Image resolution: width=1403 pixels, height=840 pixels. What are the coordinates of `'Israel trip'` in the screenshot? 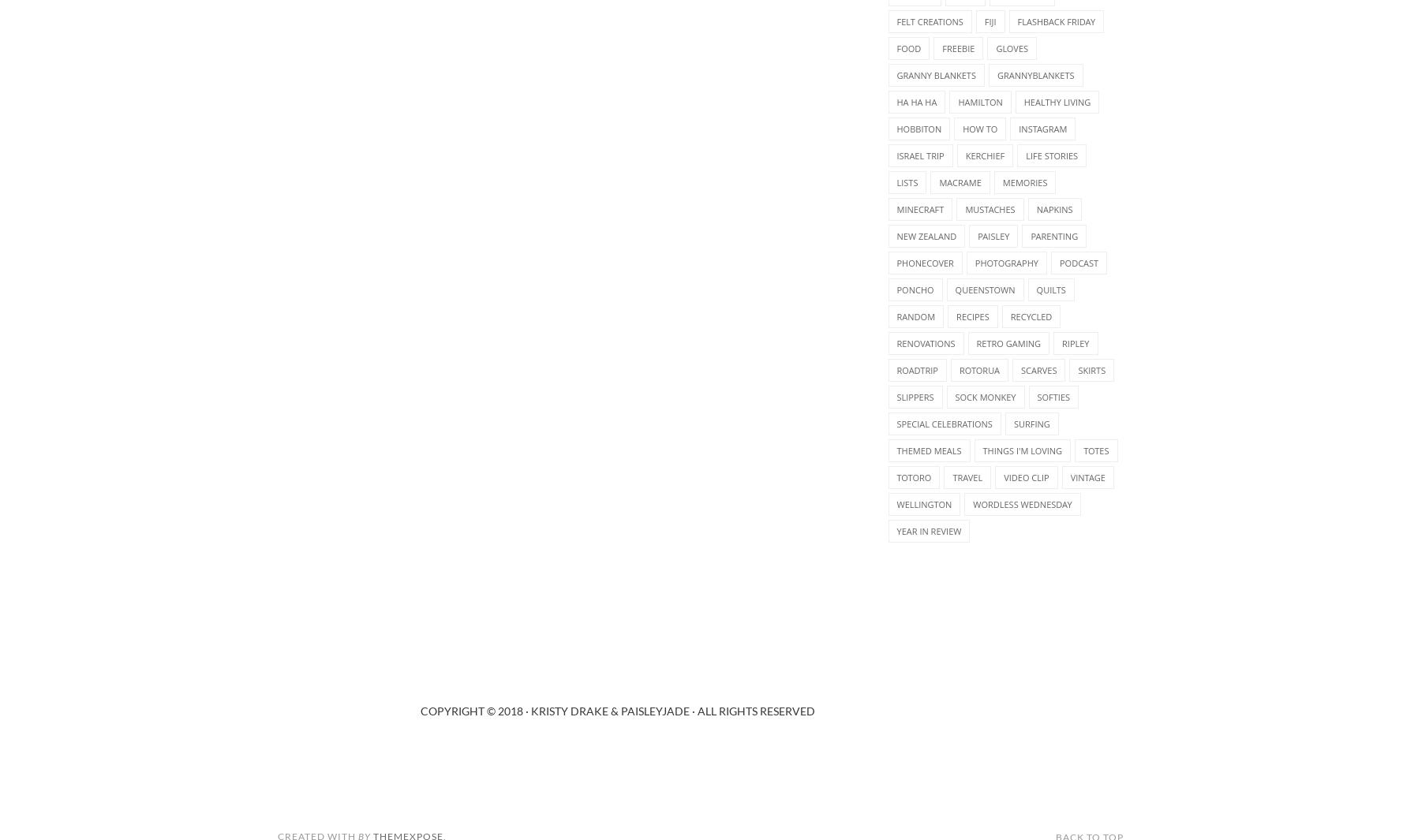 It's located at (920, 155).